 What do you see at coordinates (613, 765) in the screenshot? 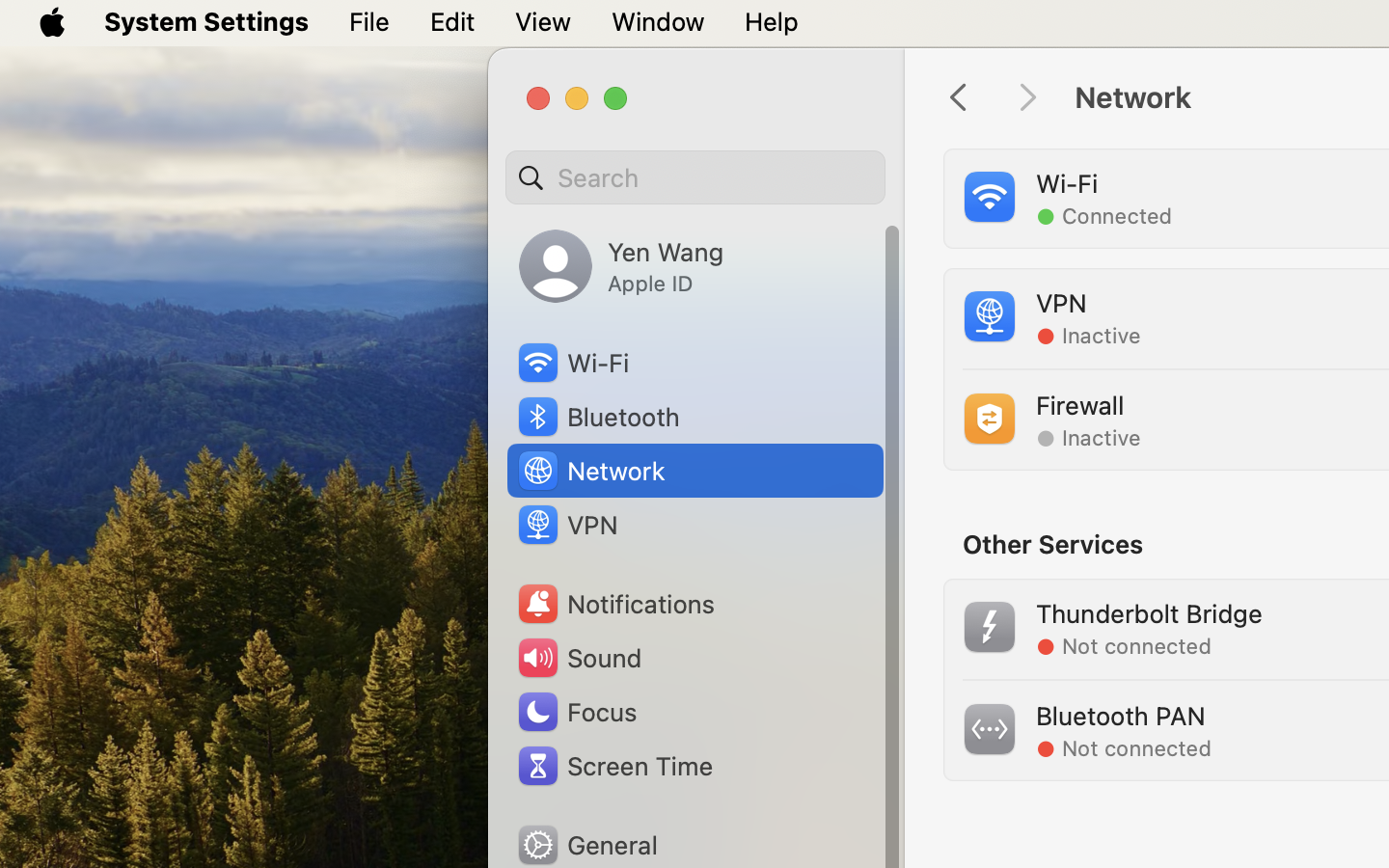
I see `'Screen Time'` at bounding box center [613, 765].